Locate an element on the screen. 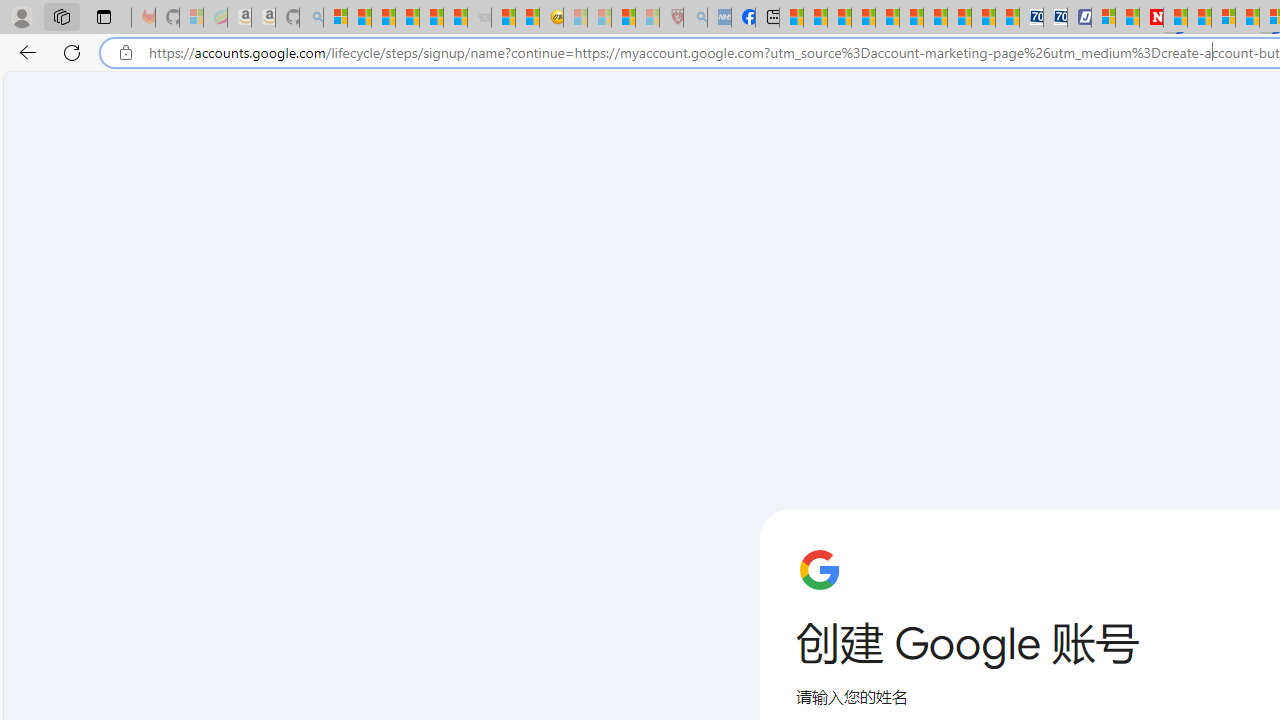 The image size is (1280, 720). 'Latest Politics News & Archive | Newsweek.com' is located at coordinates (1152, 17).